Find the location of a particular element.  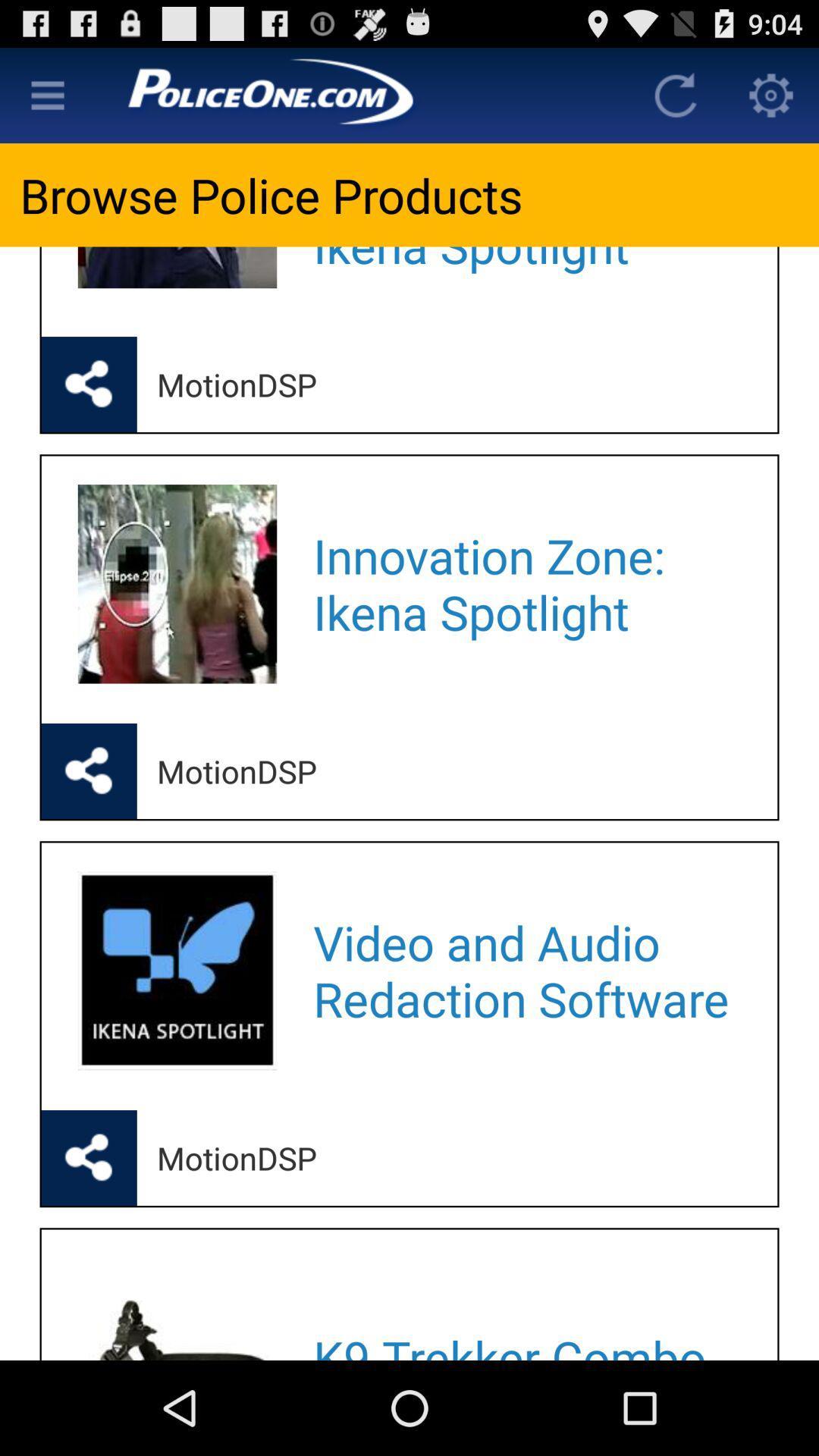

display settings is located at coordinates (771, 94).